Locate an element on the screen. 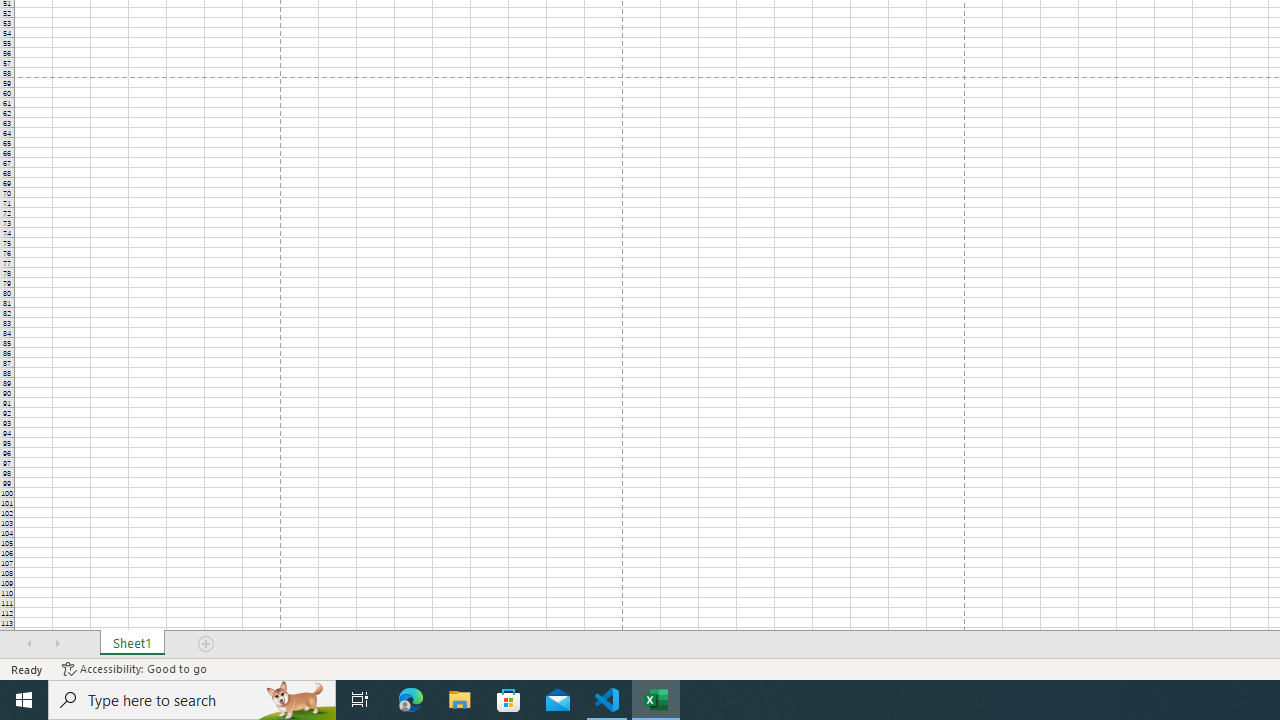 The image size is (1280, 720). 'Accessibility Checker Accessibility: Good to go' is located at coordinates (133, 669).